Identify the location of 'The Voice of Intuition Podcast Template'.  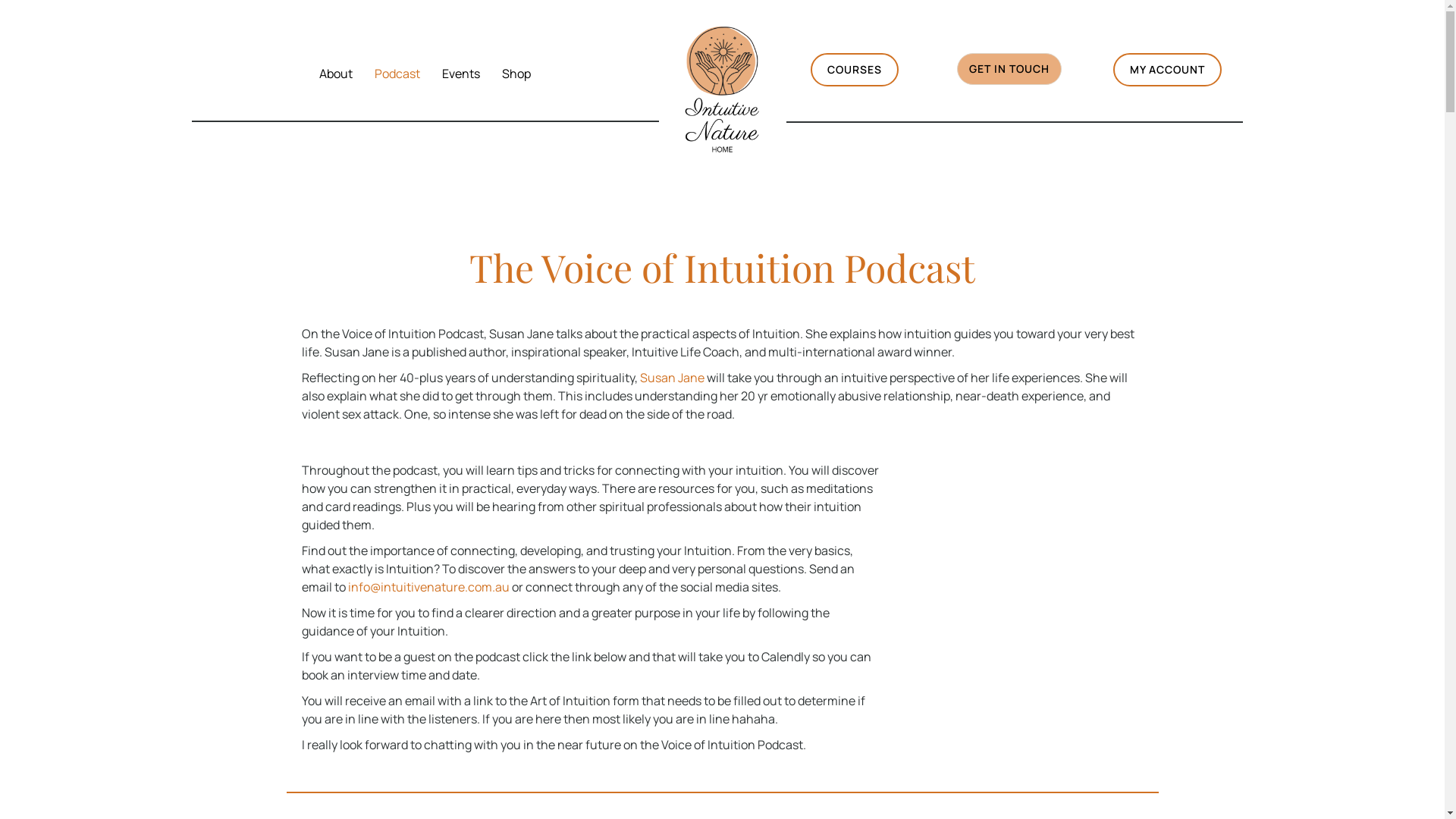
(912, 575).